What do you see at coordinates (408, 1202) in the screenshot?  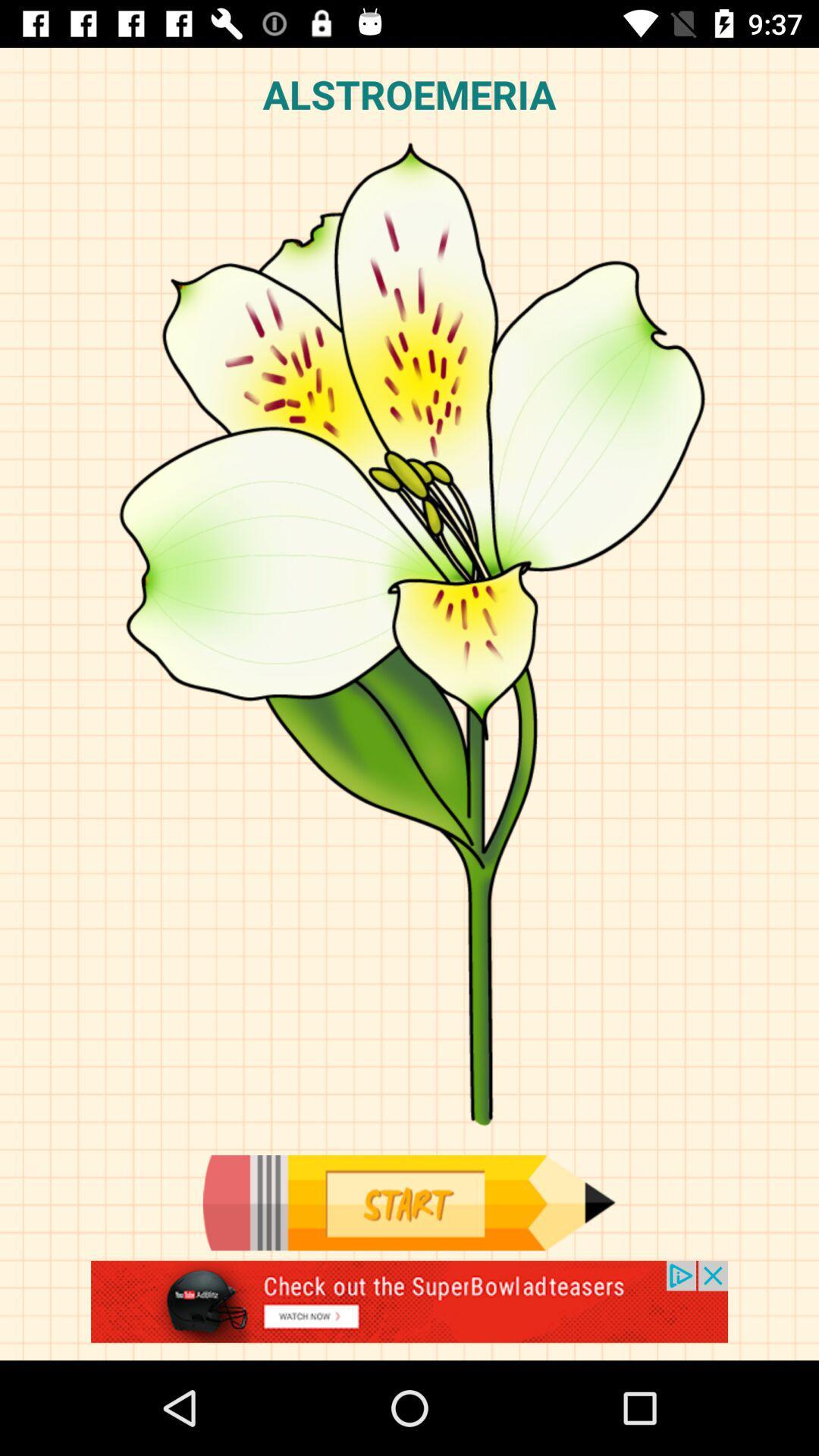 I see `start editing picture` at bounding box center [408, 1202].